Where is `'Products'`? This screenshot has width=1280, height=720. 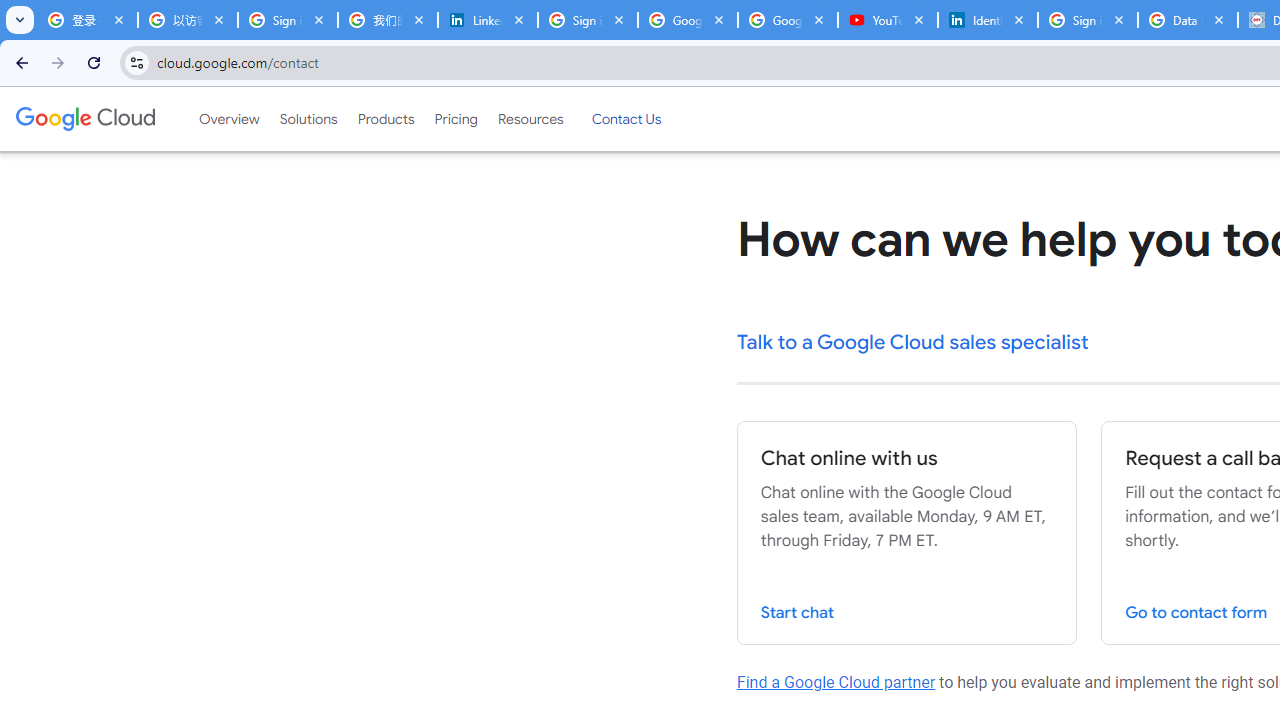
'Products' is located at coordinates (385, 119).